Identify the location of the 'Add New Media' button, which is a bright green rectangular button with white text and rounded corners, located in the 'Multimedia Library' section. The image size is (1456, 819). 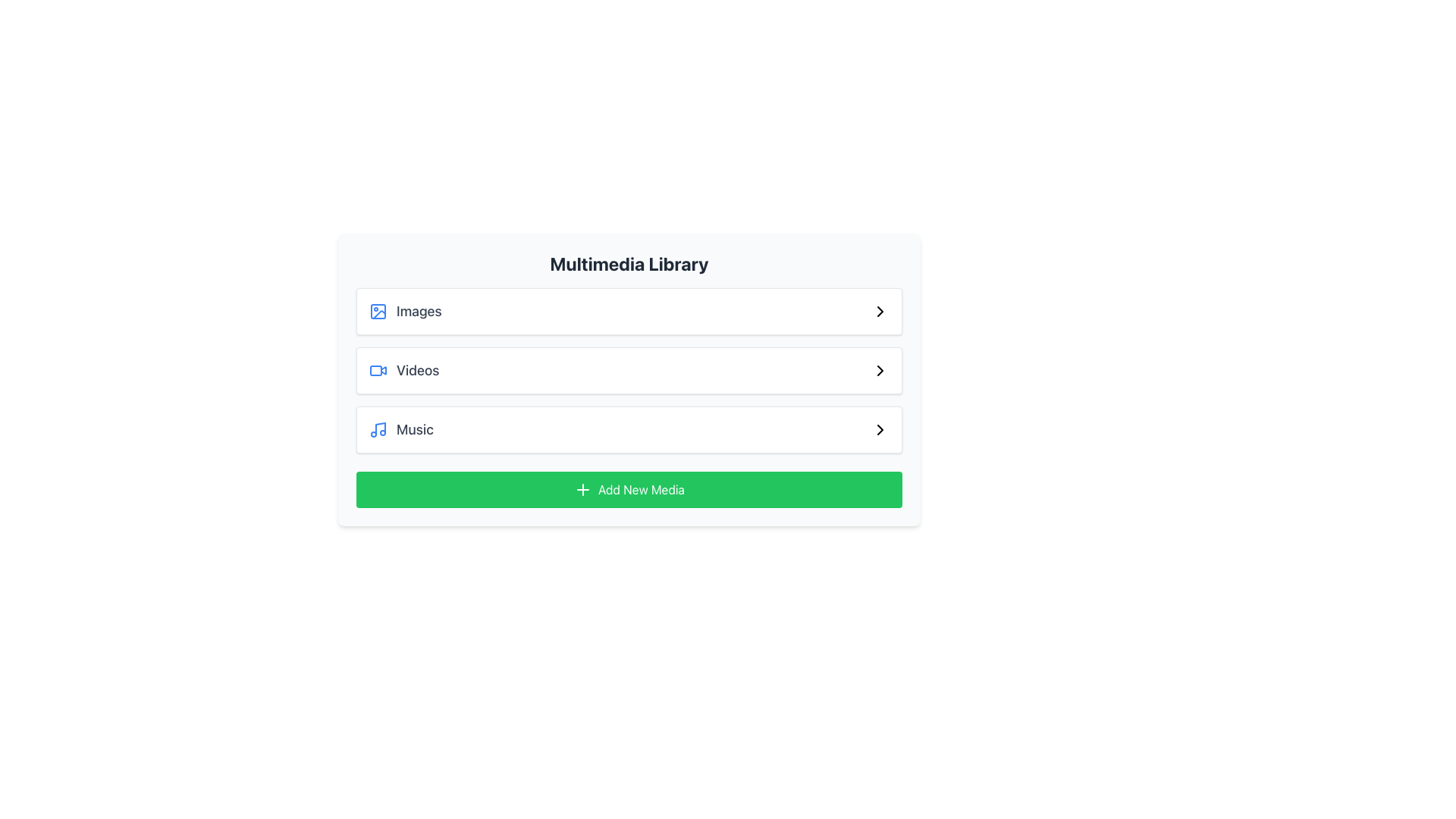
(629, 489).